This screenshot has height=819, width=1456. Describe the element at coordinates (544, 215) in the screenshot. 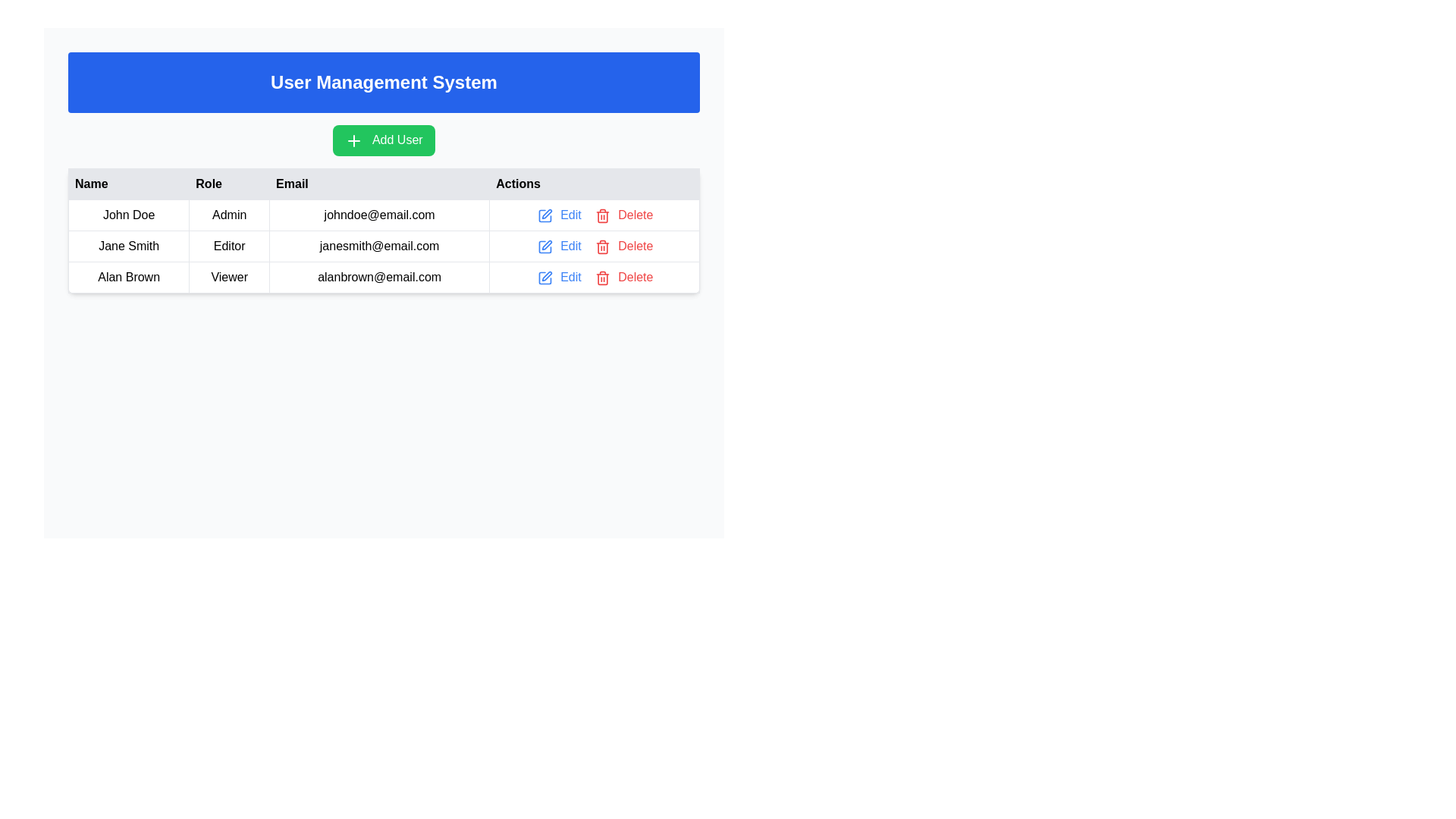

I see `the Graphic icon component resembling a square frame with rounded edges that represents the 'Edit' action, located in the 'Actions' column of the second row corresponding to 'Jane Smith'` at that location.